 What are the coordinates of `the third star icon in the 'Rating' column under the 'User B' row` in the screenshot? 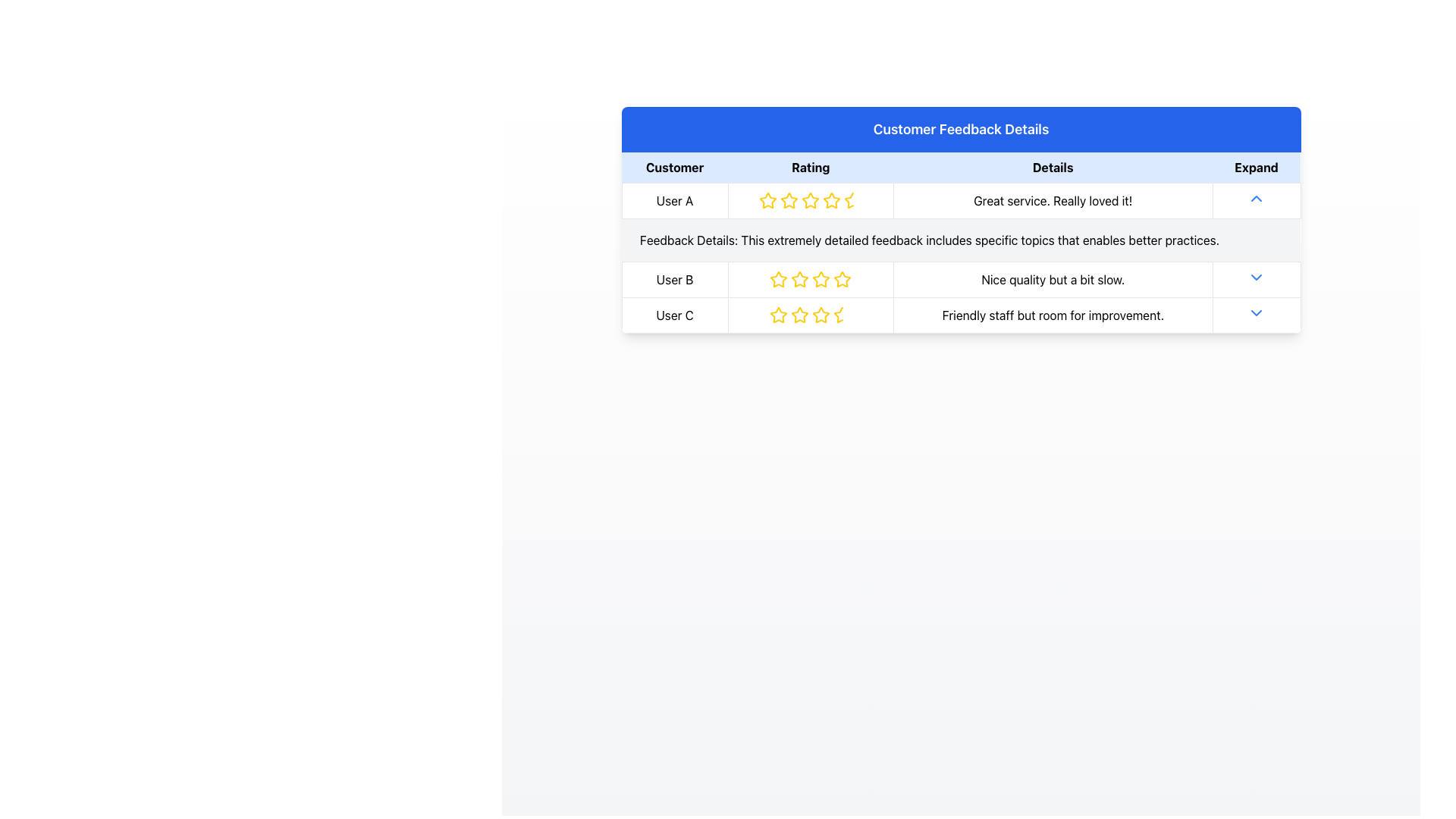 It's located at (799, 280).